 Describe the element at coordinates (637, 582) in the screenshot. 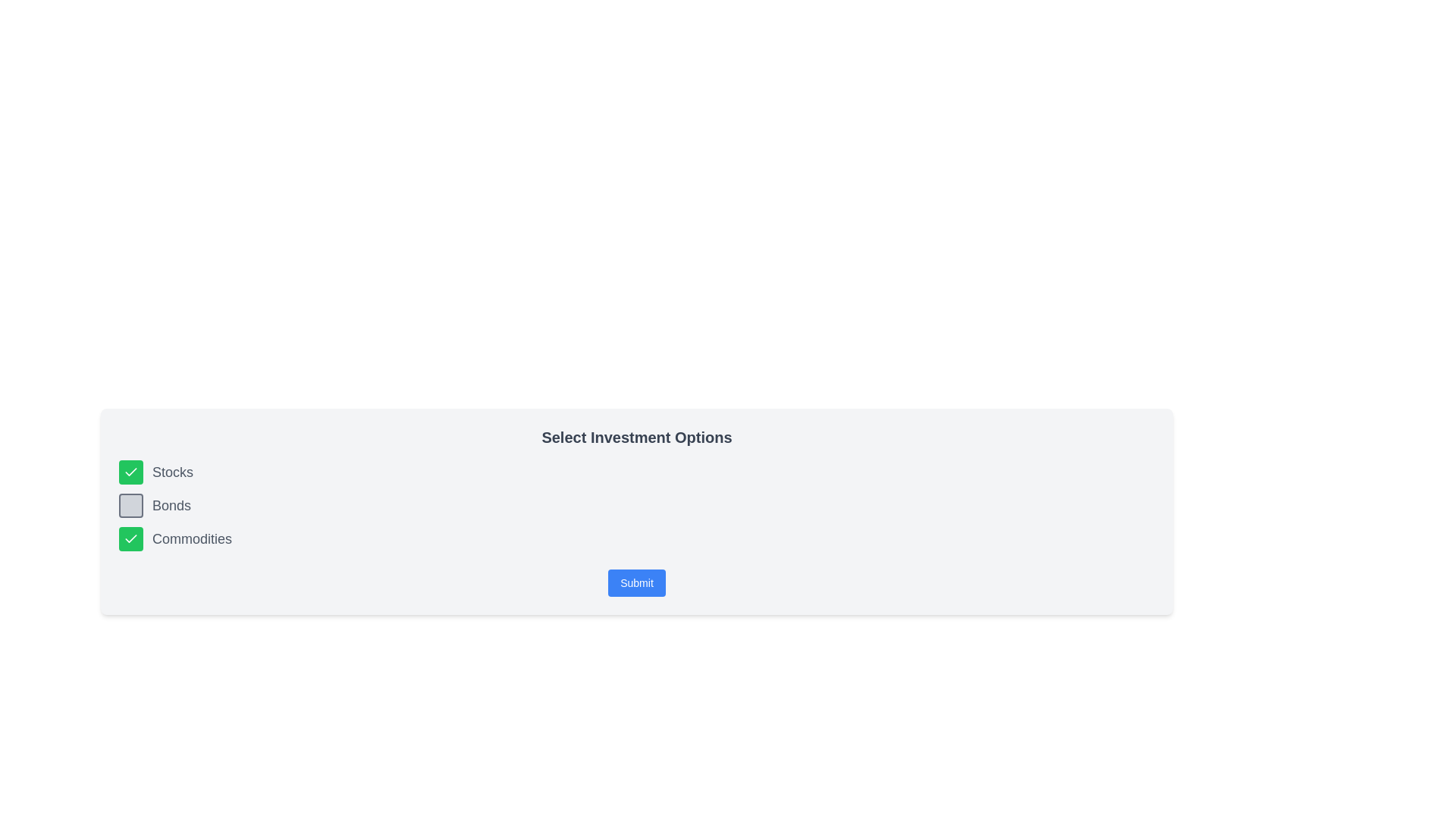

I see `the 'Submit' button with a vivid blue background located at the bottom center of the section` at that location.